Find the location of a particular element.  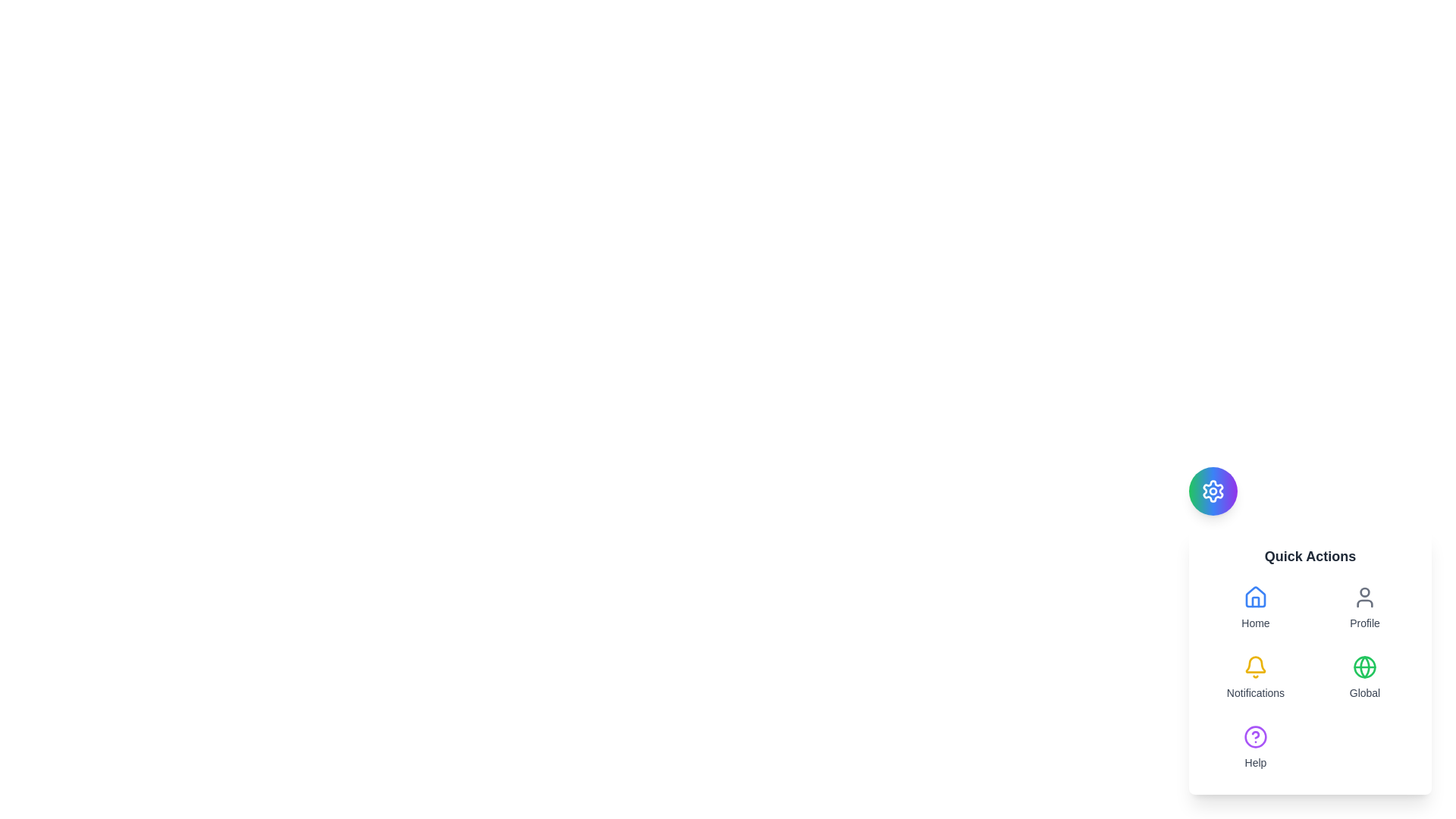

text label displaying 'Home' in a small, gray font located in the 'Quick Actions' menu below the house icon is located at coordinates (1256, 623).